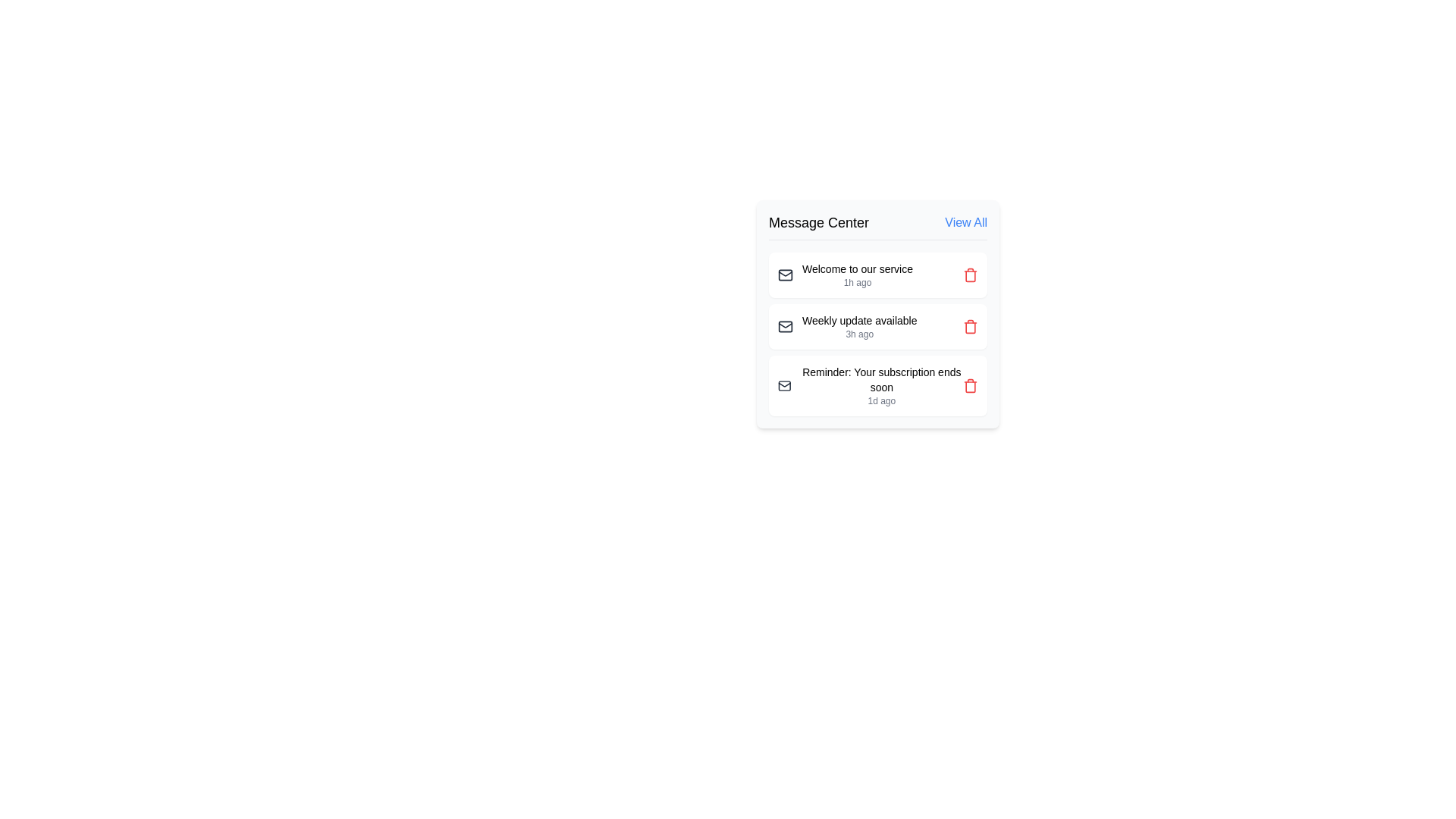  I want to click on the 'Message Center' text label, which is a bold heading located at the top left of the notification card interface, to interact with it, so click(818, 222).